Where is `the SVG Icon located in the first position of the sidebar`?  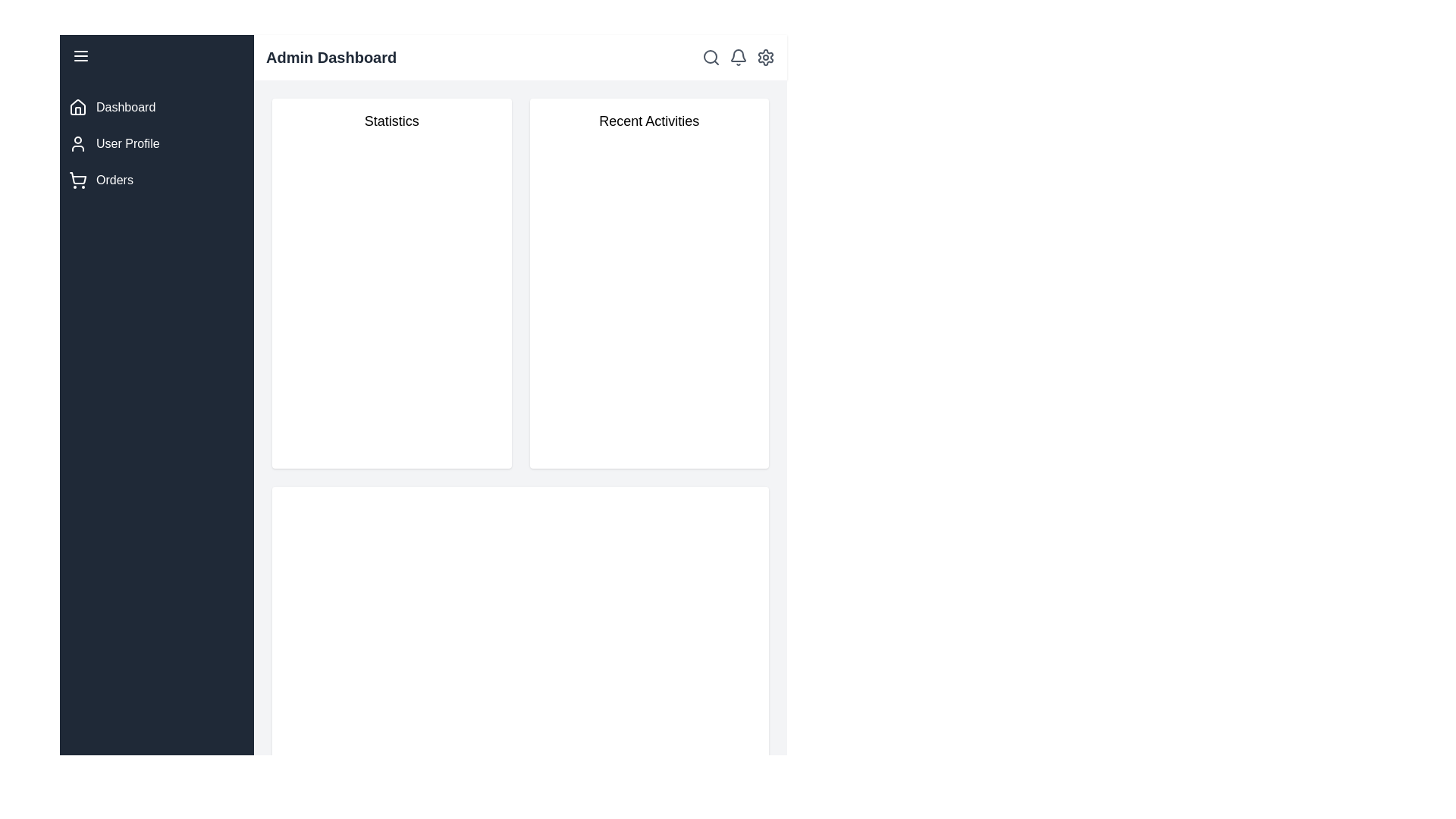
the SVG Icon located in the first position of the sidebar is located at coordinates (77, 107).